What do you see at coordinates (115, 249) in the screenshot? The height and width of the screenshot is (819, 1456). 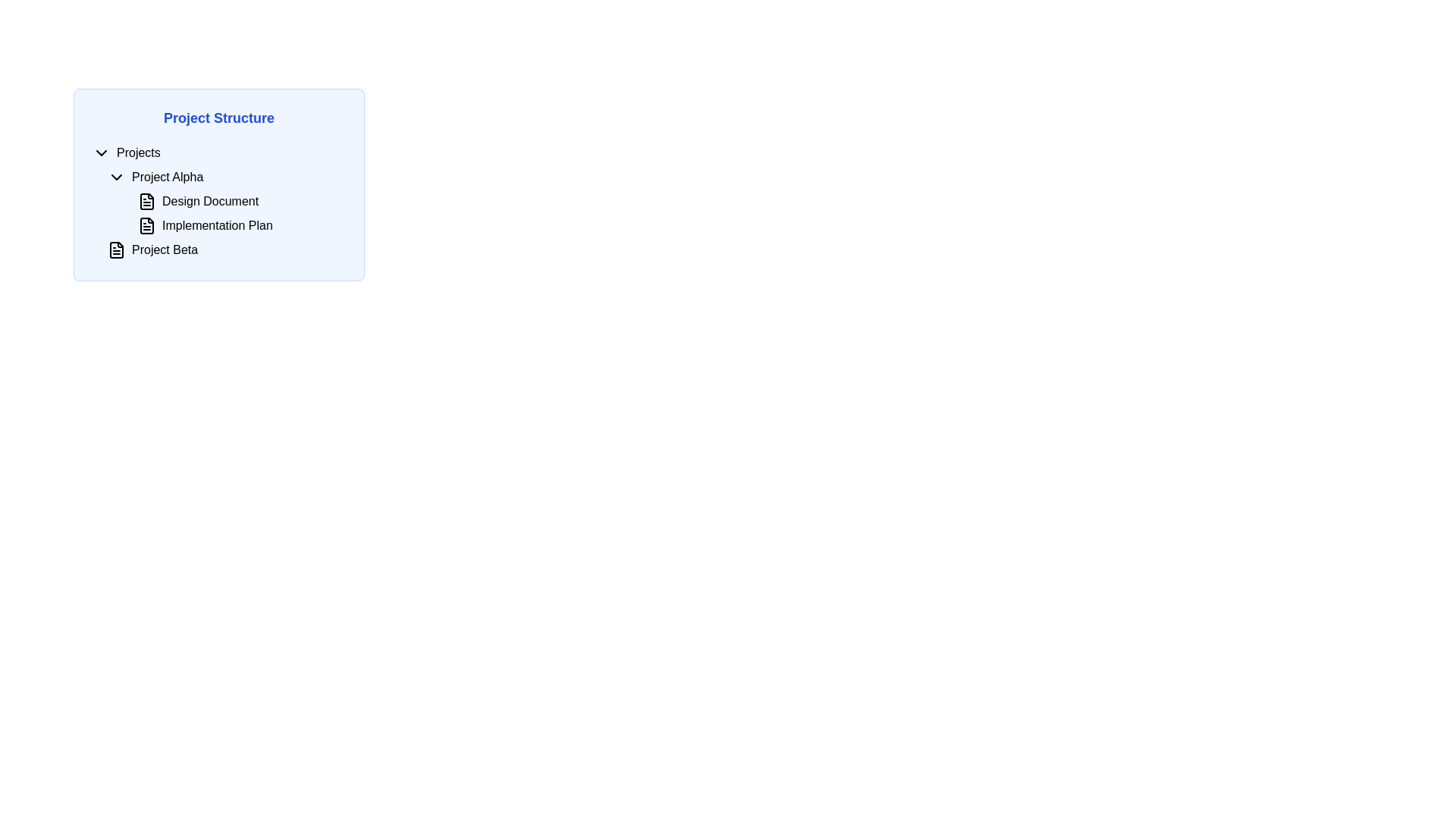 I see `the document icon representing 'Project Beta', located to the left of its label in the 'Project Structure' list` at bounding box center [115, 249].